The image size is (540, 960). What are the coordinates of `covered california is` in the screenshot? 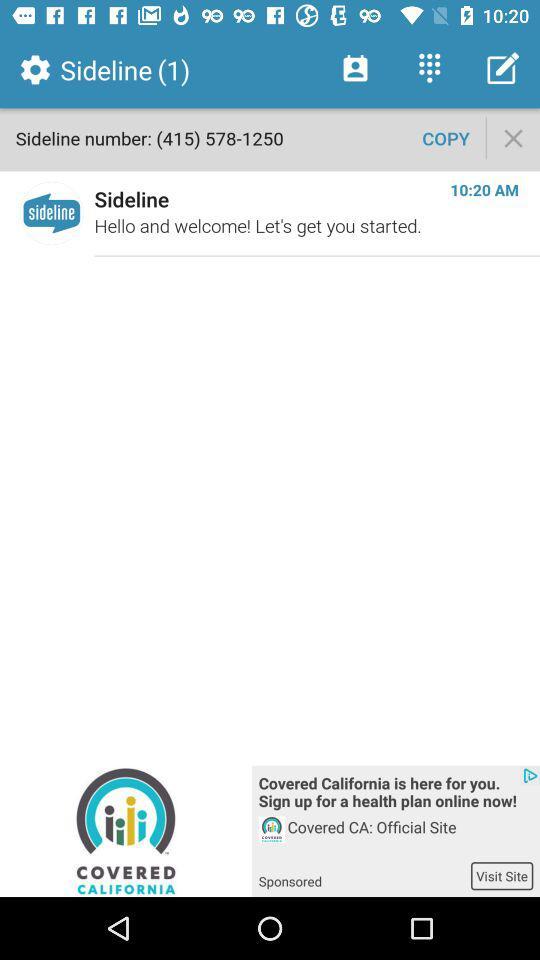 It's located at (395, 794).